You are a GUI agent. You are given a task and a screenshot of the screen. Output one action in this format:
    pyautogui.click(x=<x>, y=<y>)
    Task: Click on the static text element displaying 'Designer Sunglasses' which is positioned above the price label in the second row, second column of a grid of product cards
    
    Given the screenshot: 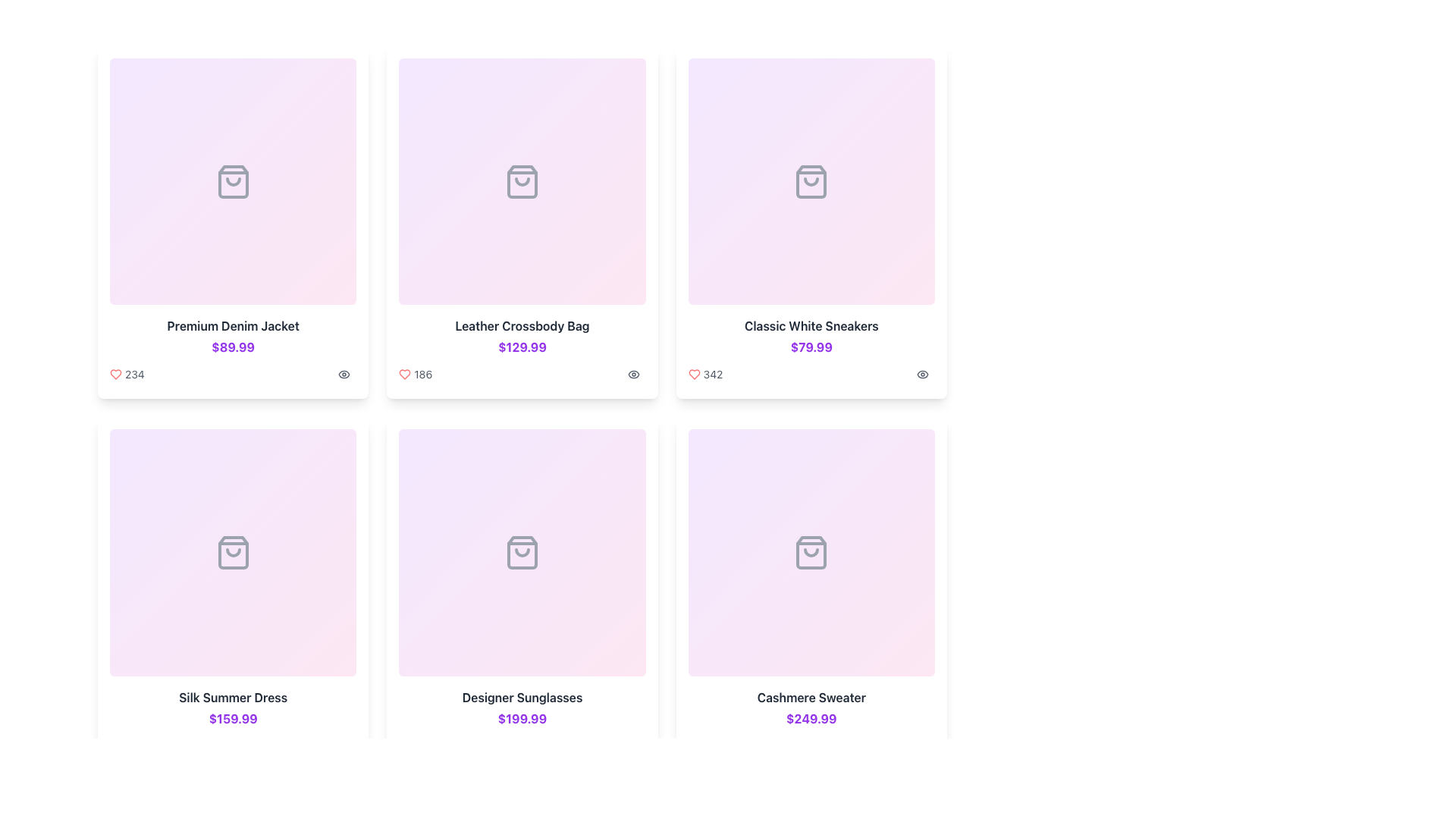 What is the action you would take?
    pyautogui.click(x=522, y=697)
    